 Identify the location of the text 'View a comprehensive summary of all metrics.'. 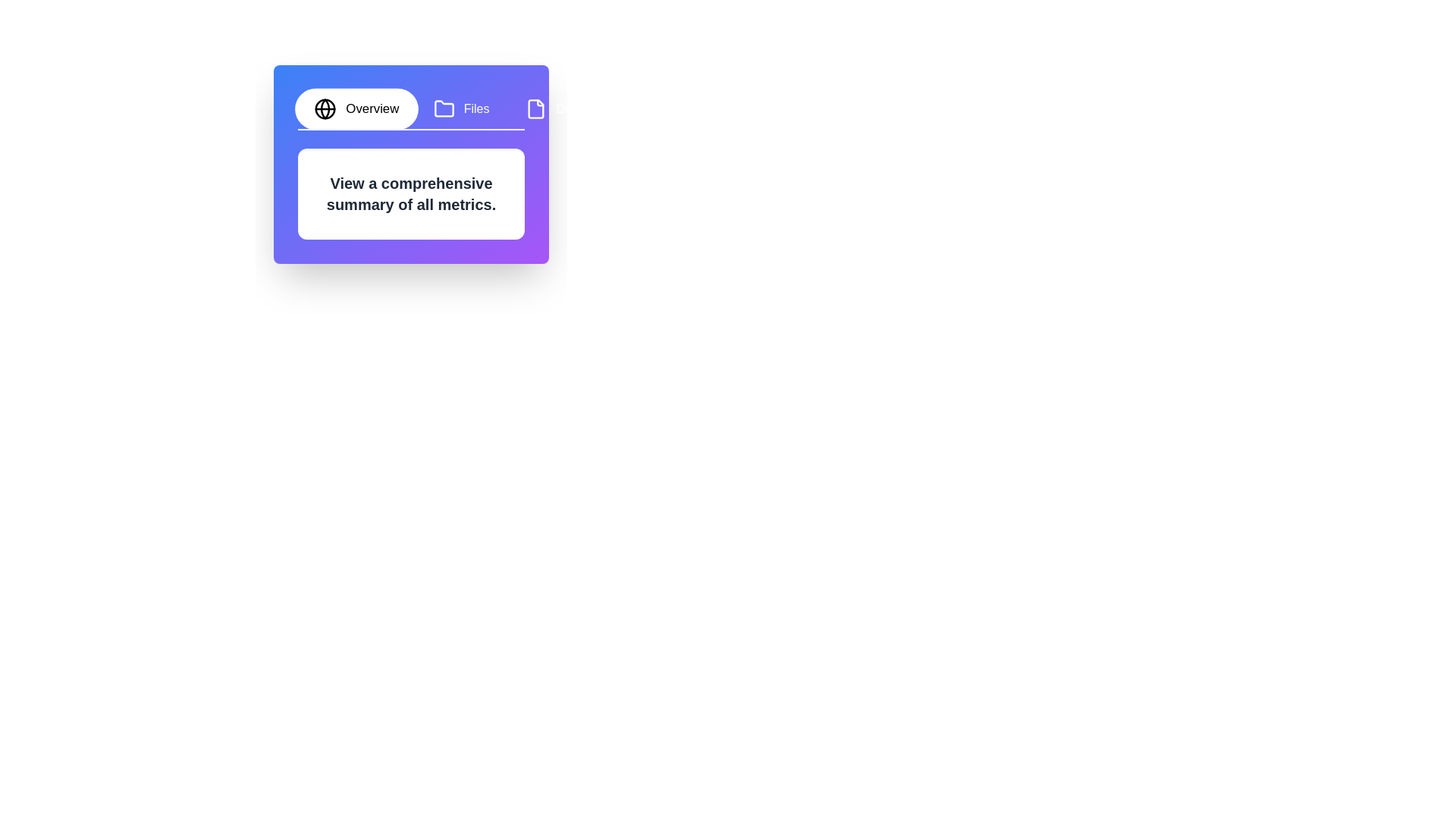
(322, 171).